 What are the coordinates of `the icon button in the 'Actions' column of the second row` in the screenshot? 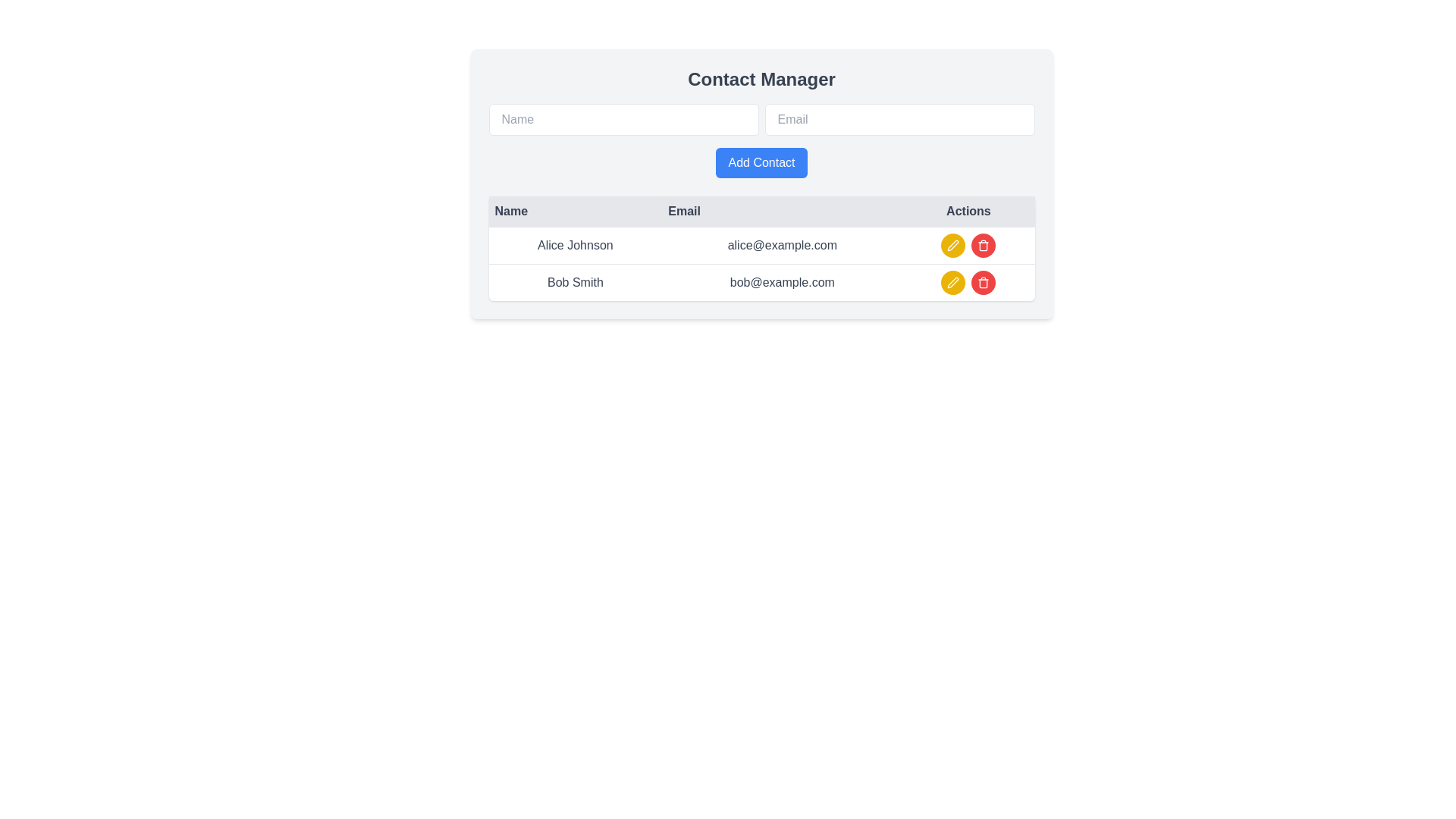 It's located at (952, 245).